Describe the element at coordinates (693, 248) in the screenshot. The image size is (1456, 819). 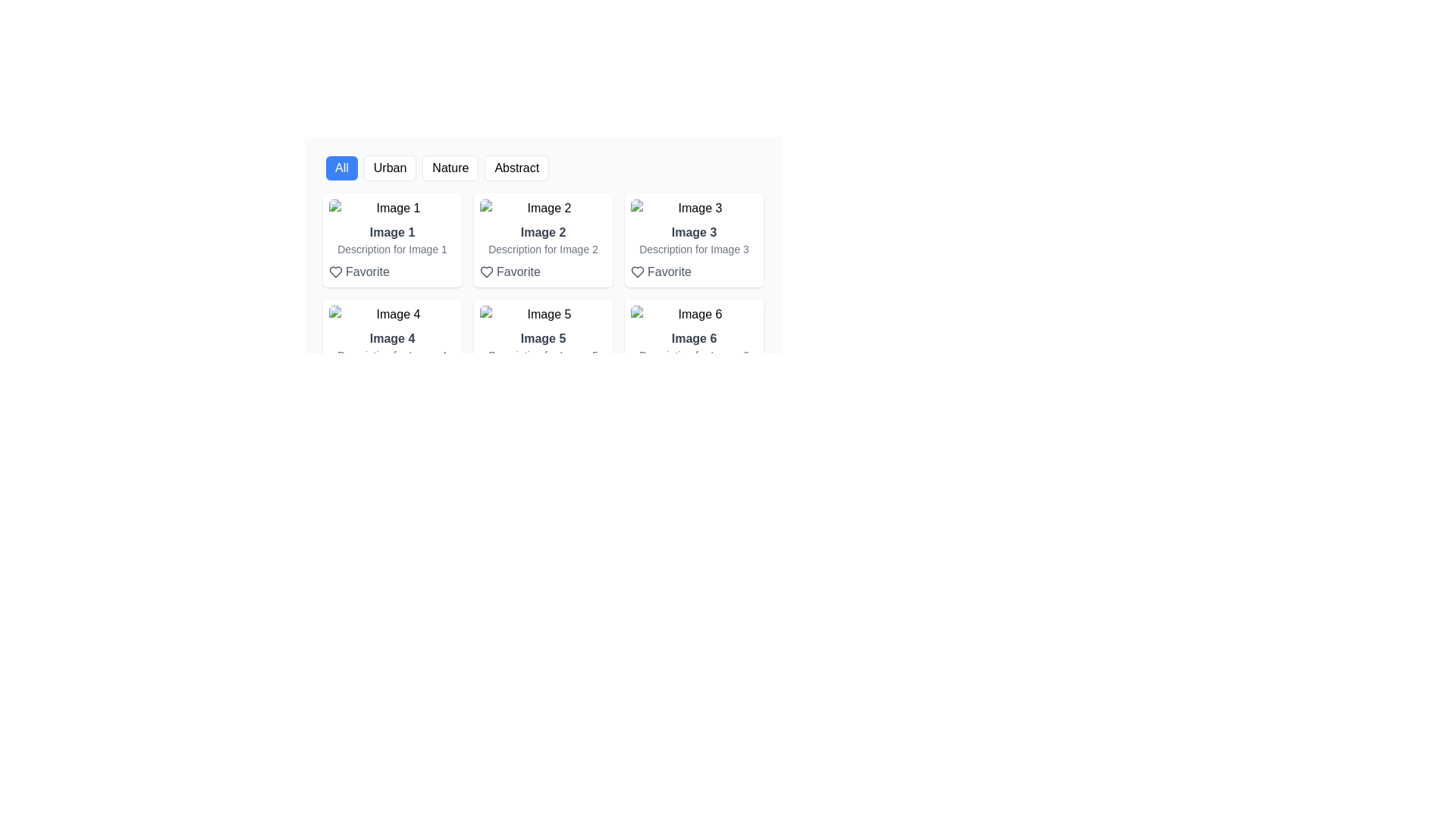
I see `the descriptive text label that provides additional information about the 'Image 3' section, located just beneath the 'Image 3' title and above the 'Favorite' section in the top-right card of the layout` at that location.